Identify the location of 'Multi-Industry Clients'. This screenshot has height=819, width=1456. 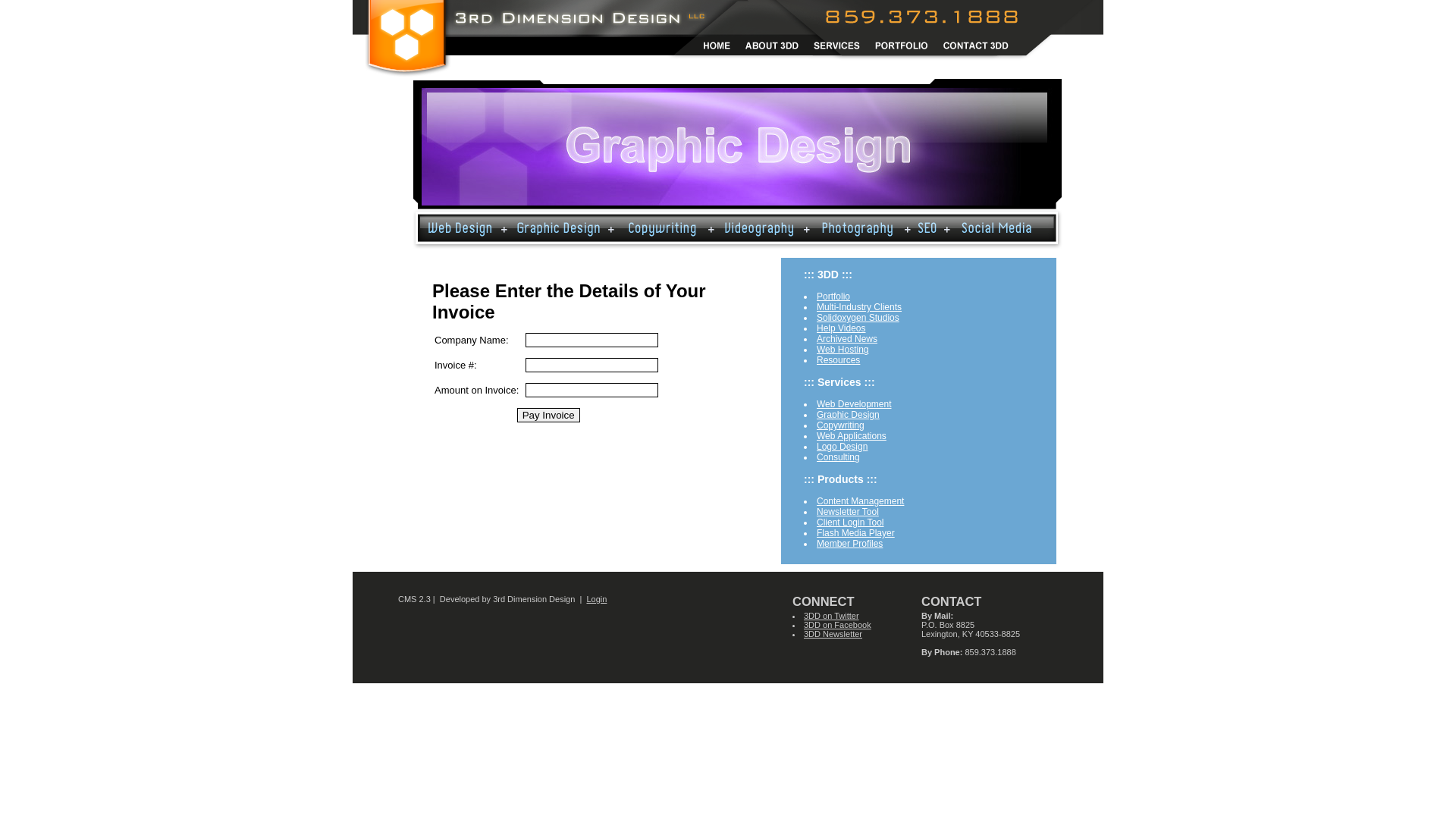
(858, 307).